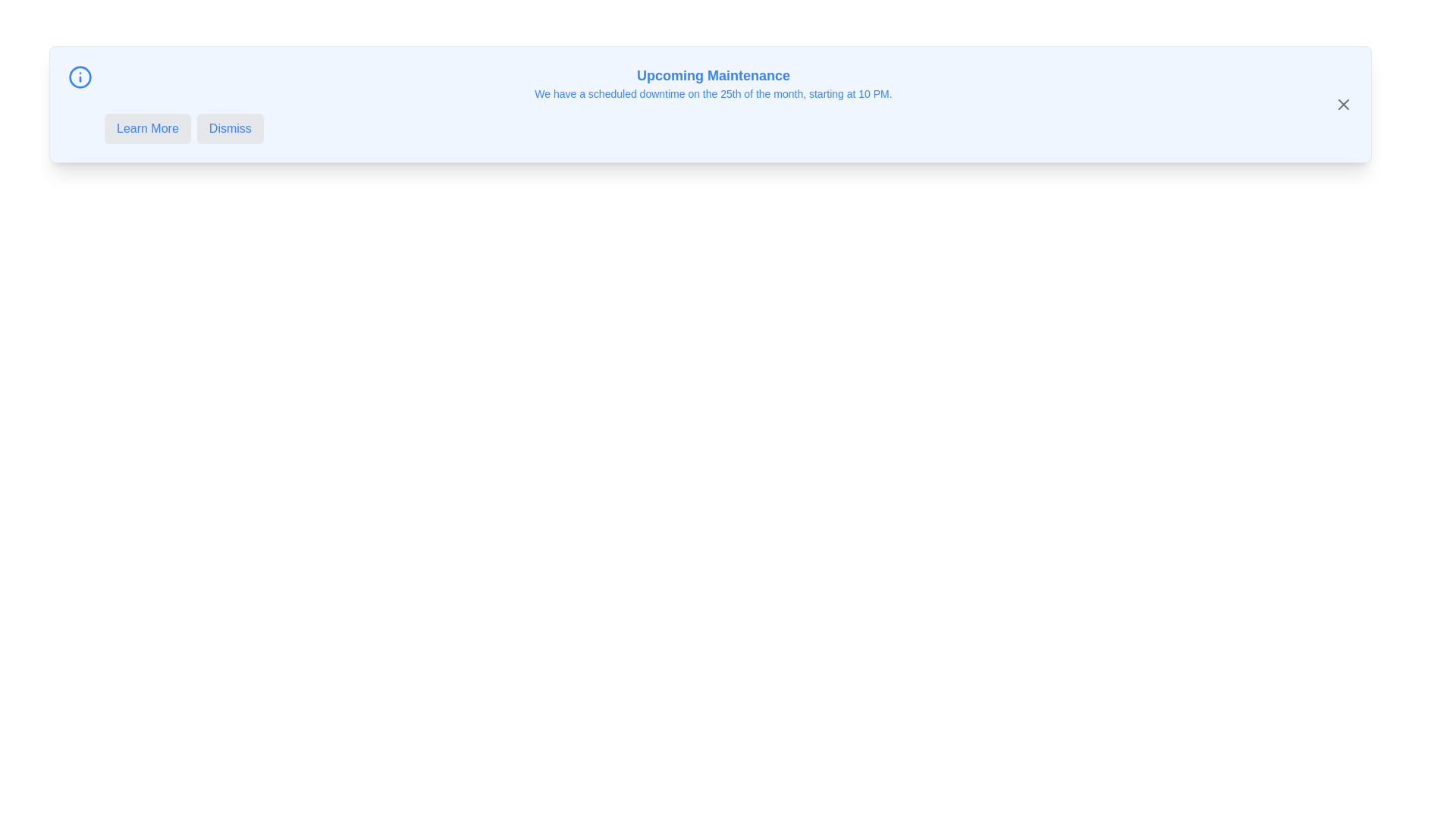  I want to click on the button located at the top-center of the interface, below the blue informational banner, so click(147, 127).